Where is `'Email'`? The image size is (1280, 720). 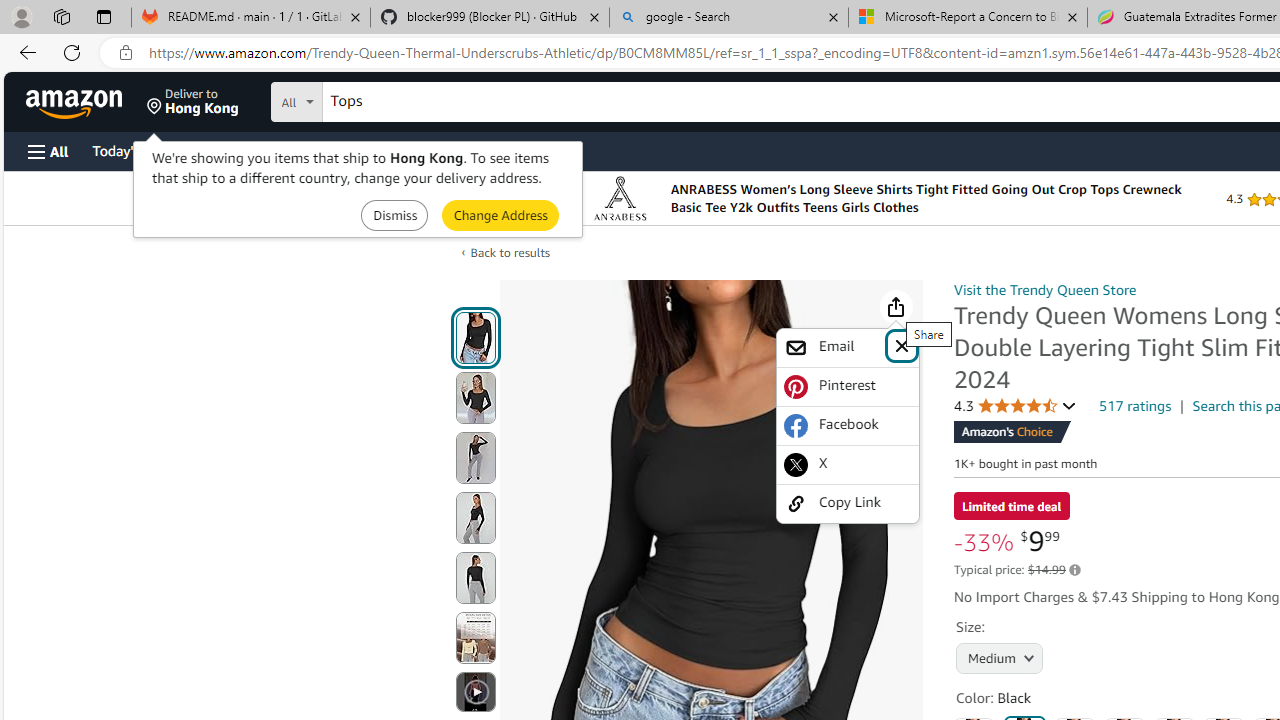
'Email' is located at coordinates (848, 347).